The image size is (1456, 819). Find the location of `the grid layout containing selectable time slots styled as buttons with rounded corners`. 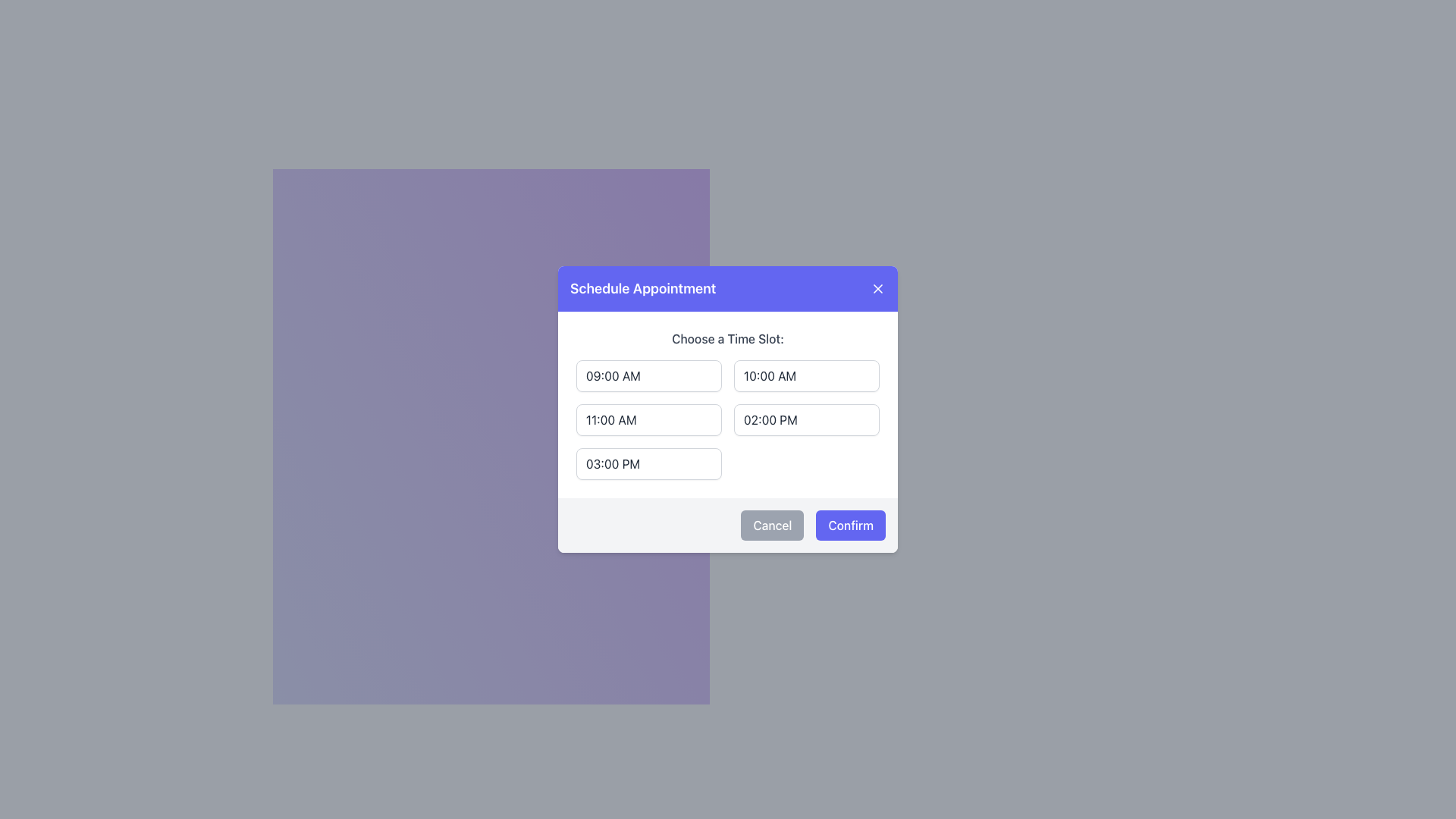

the grid layout containing selectable time slots styled as buttons with rounded corners is located at coordinates (728, 420).